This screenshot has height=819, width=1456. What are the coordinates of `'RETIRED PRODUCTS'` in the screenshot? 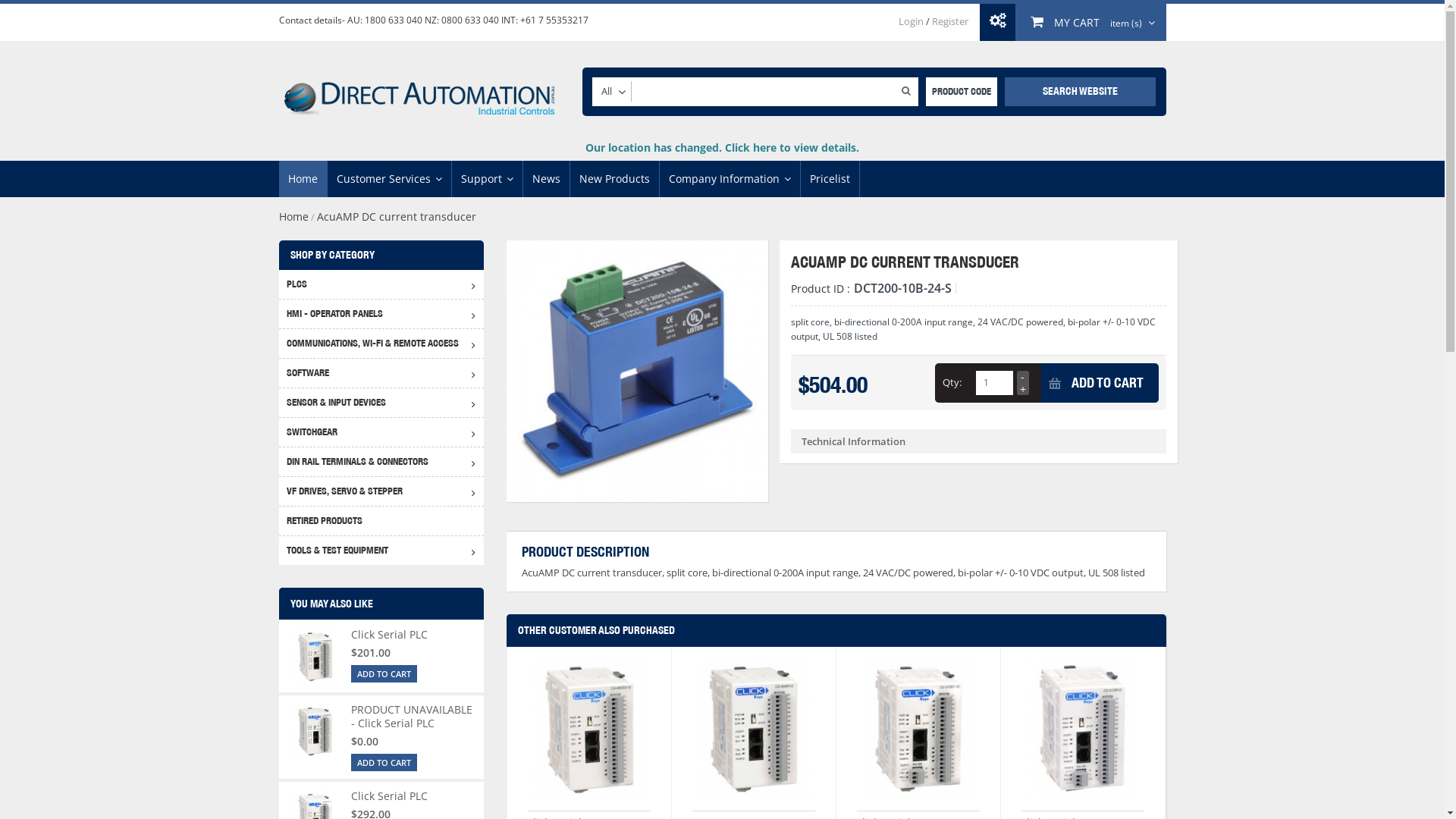 It's located at (381, 519).